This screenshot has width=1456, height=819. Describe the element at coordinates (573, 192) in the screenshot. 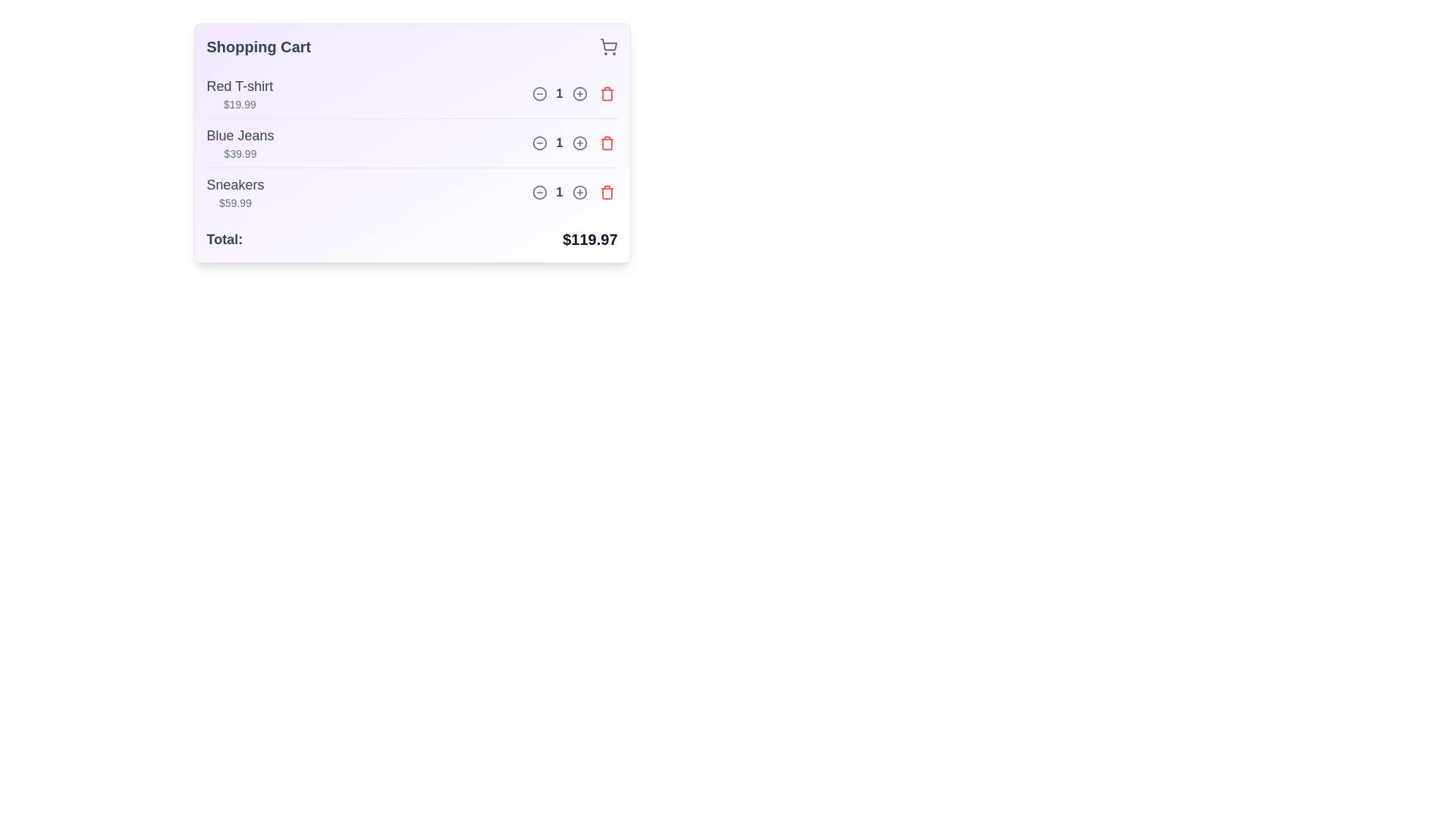

I see `the increment button for the Sneakers item in the cart` at that location.